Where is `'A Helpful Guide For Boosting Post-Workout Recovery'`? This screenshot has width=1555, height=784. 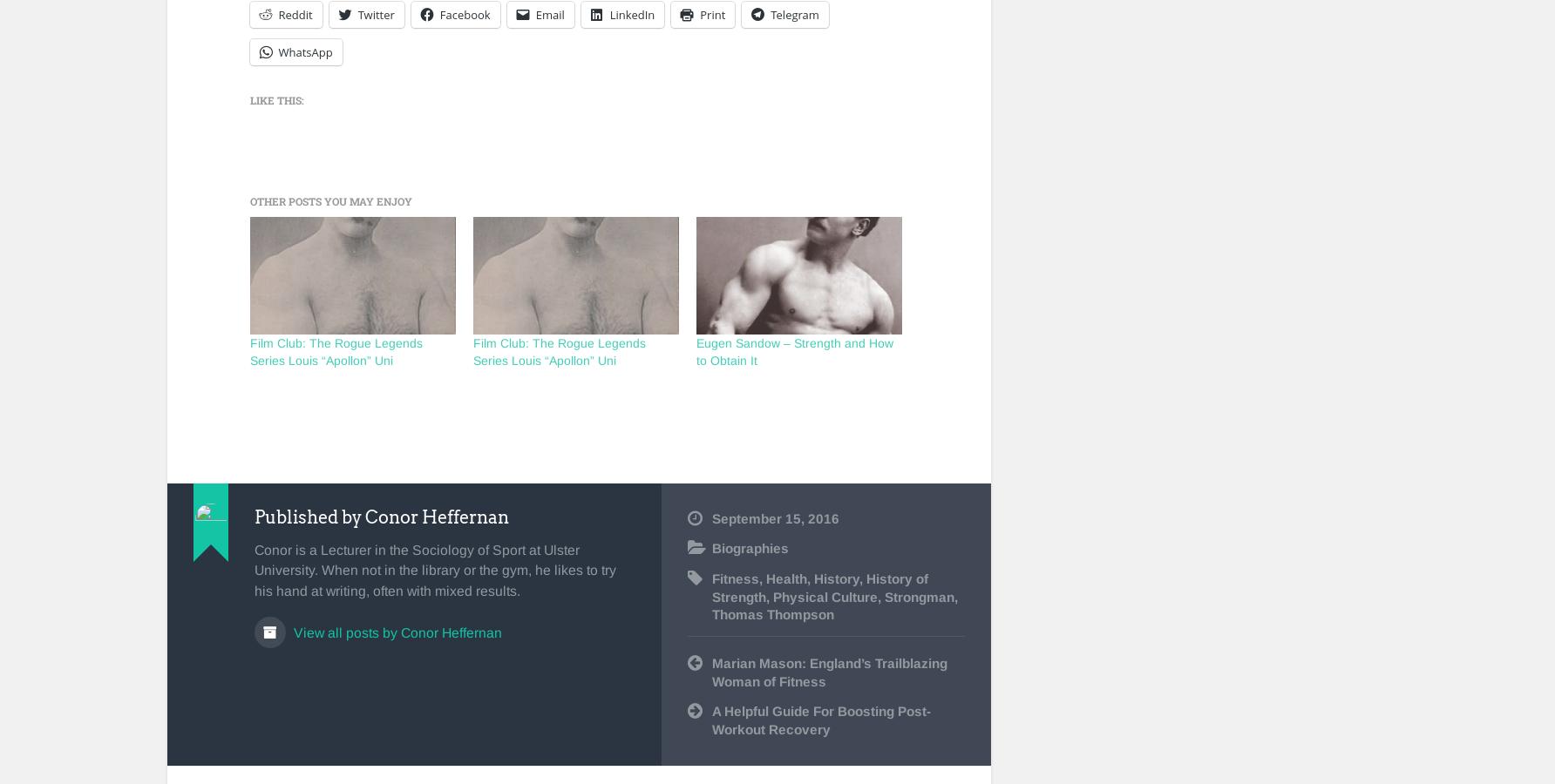 'A Helpful Guide For Boosting Post-Workout Recovery' is located at coordinates (821, 720).